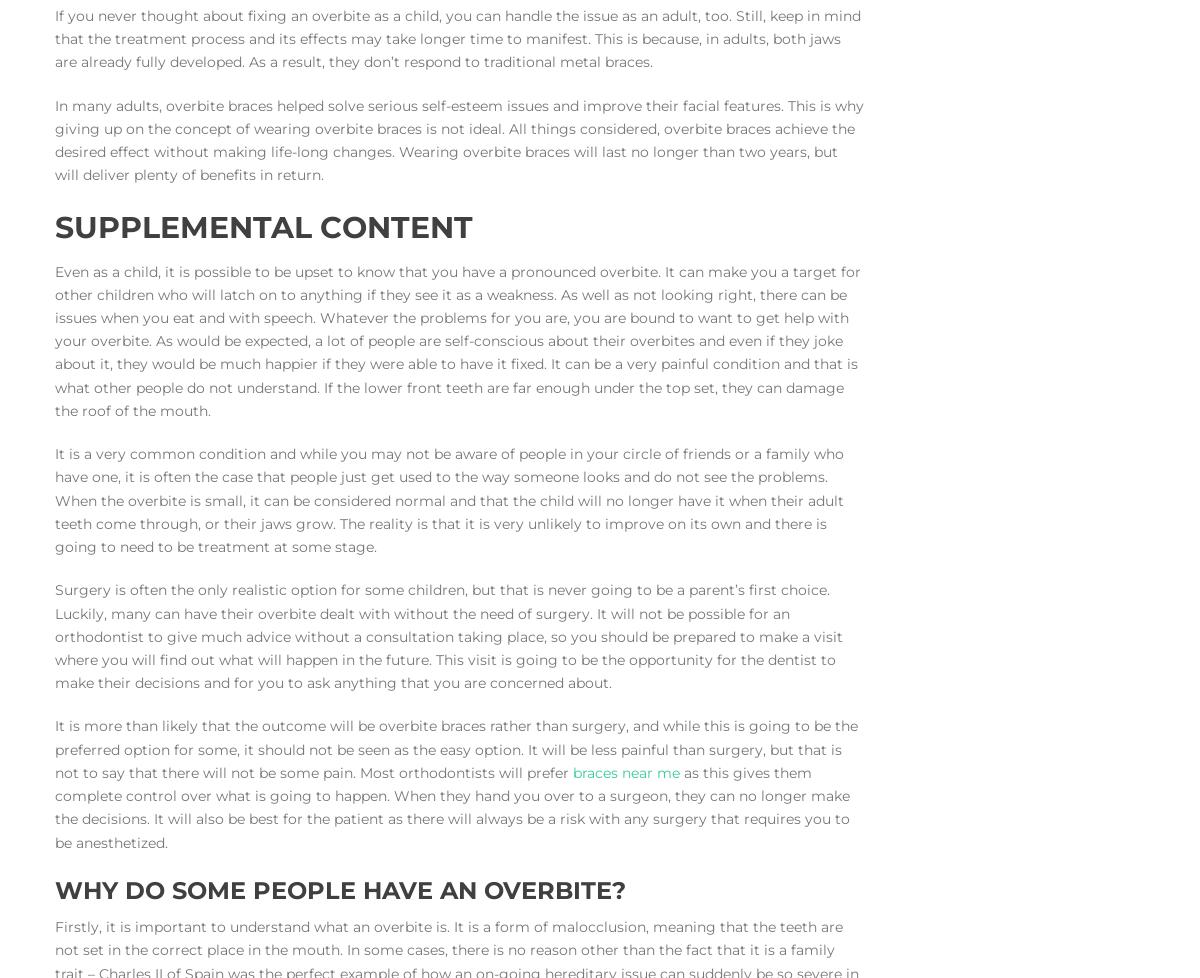 The image size is (1200, 978). I want to click on 'It is a very common condition and while you may not be aware of people in your circle of friends or a family who have one, it is often the case that people just get used to the way someone looks and do not see the problems. When the overbite is small, it can be considered normal and that the child will no longer have it when their adult teeth come through, or their jaws grow. The reality is that it is very unlikely to improve on its own and there is going to need to be treatment at some stage.', so click(449, 500).